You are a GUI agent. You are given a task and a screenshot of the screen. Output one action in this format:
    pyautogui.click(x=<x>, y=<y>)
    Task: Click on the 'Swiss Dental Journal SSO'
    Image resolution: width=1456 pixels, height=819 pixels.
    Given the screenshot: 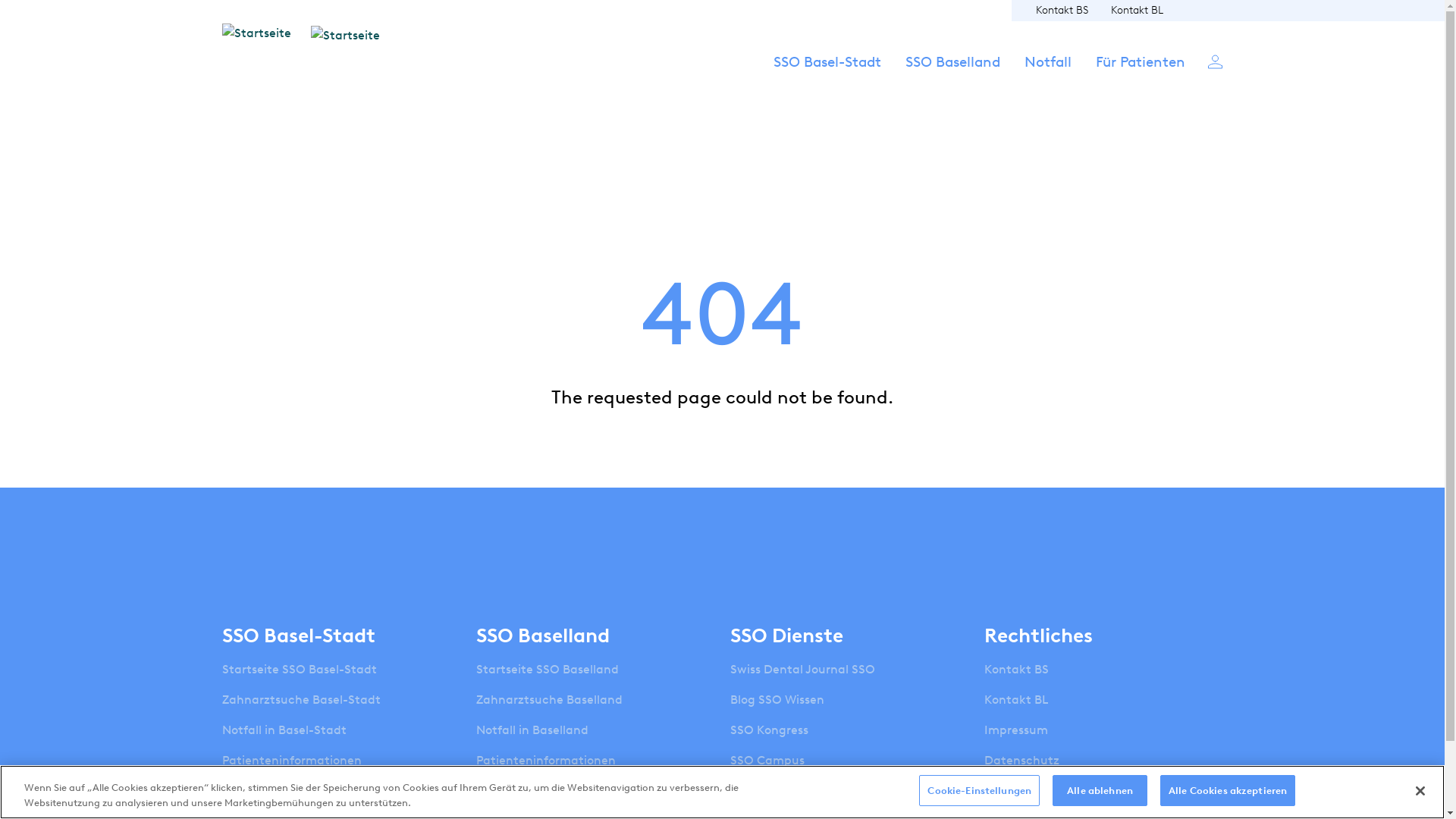 What is the action you would take?
    pyautogui.click(x=802, y=669)
    